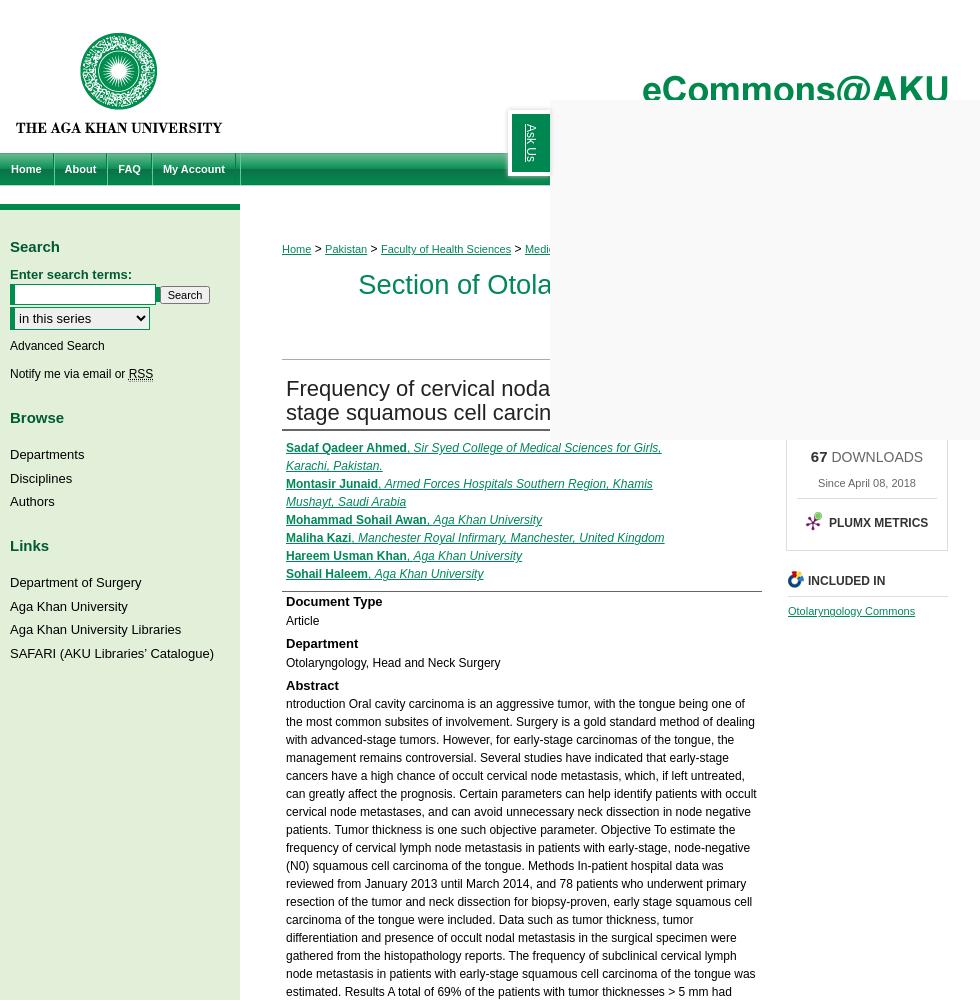 This screenshot has width=980, height=1000. Describe the element at coordinates (563, 248) in the screenshot. I see `'Medical College'` at that location.